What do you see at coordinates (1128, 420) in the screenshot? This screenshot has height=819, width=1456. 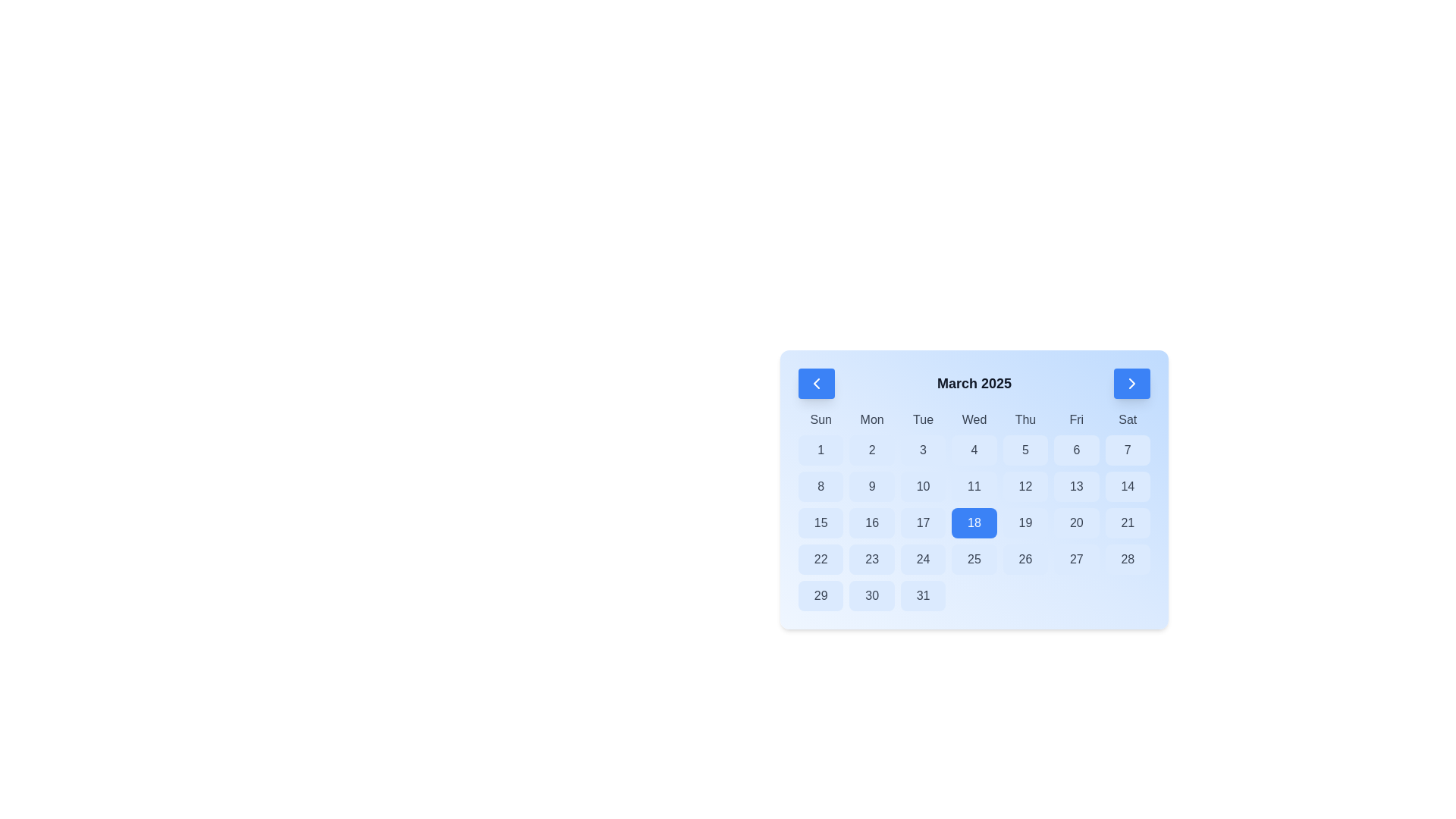 I see `the Saturday text label in the calendar interface, which is the last item in a horizontal sequence of day abbreviations` at bounding box center [1128, 420].